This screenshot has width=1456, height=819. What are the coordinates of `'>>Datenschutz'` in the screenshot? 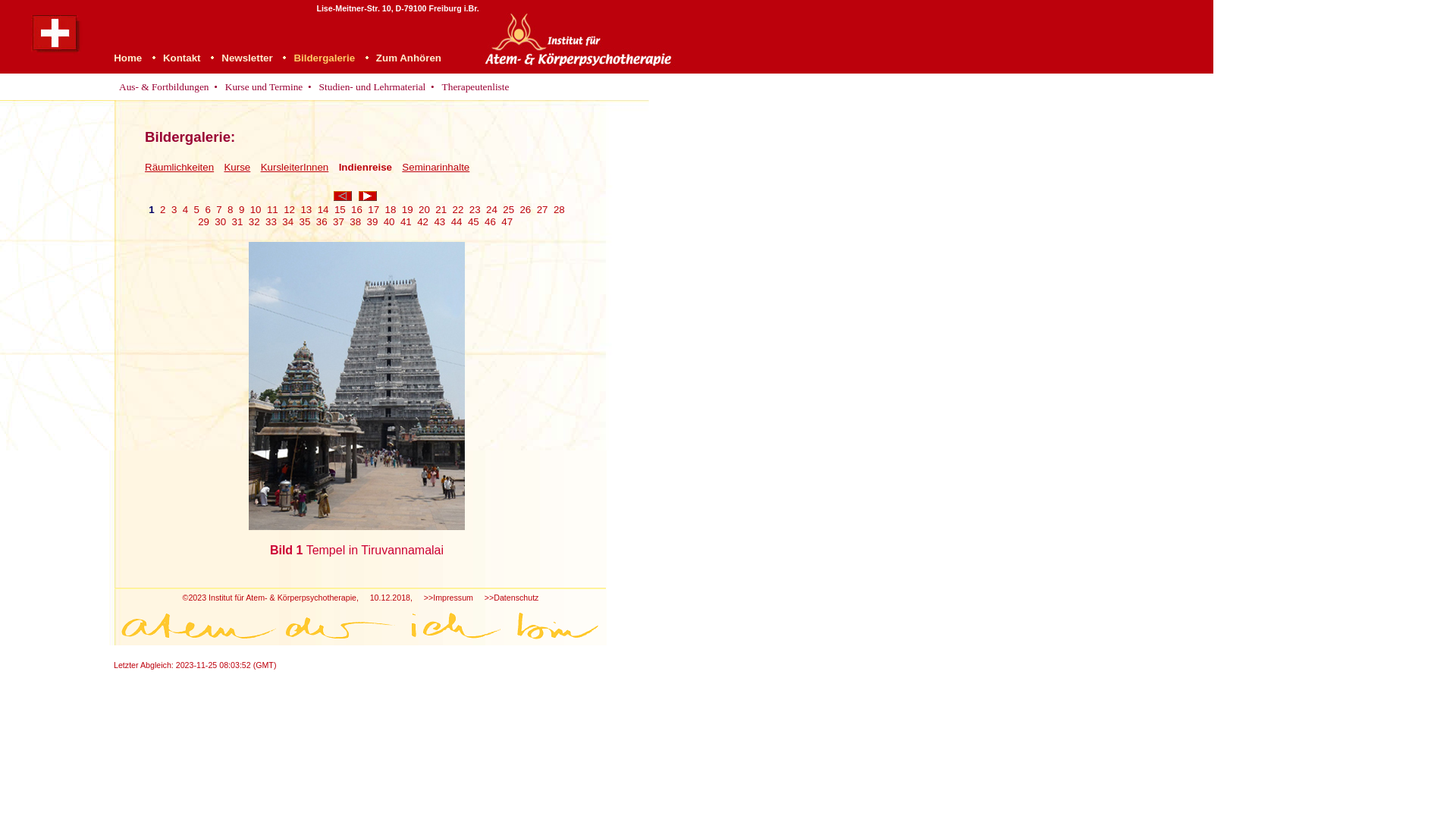 It's located at (512, 596).